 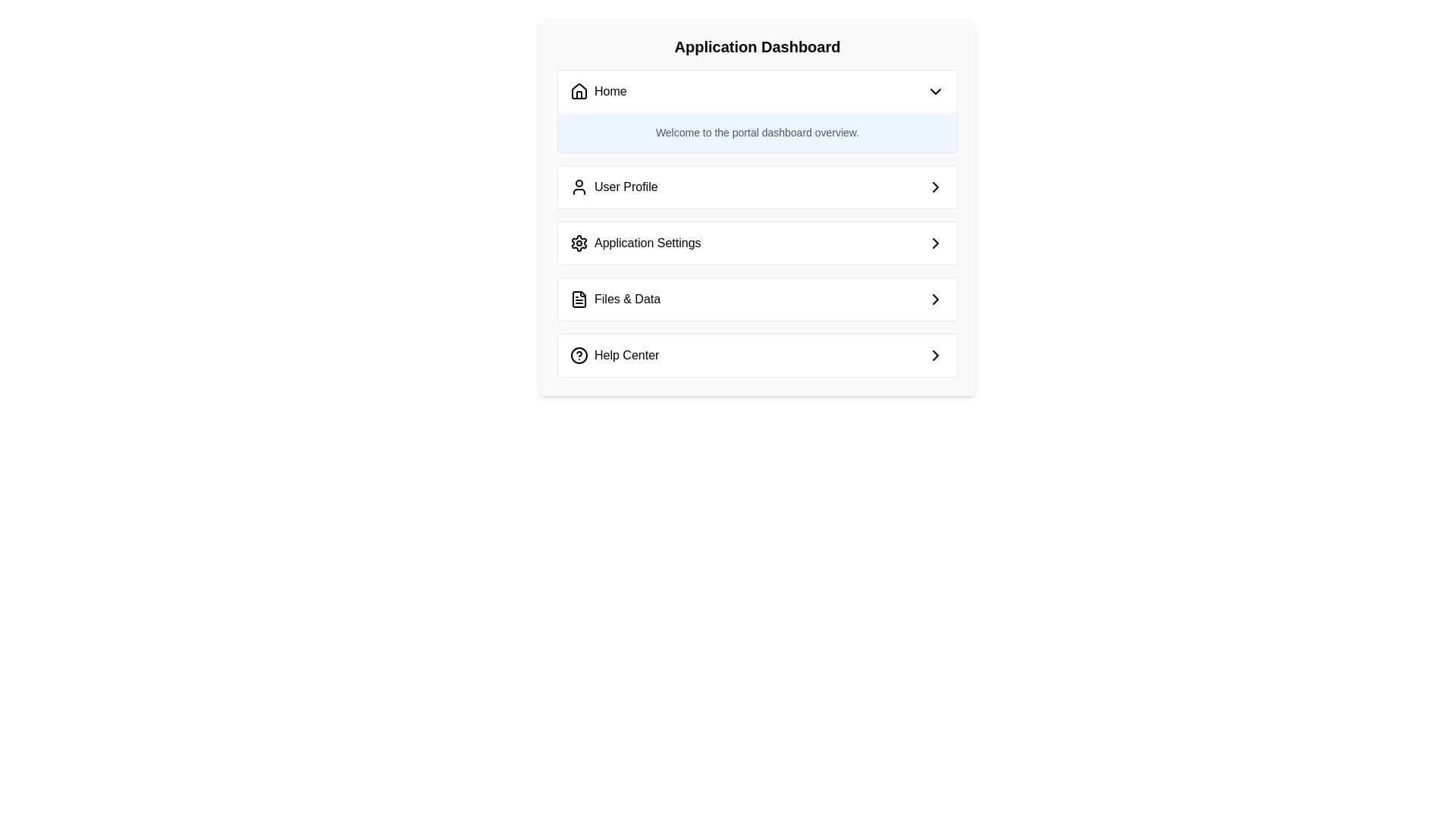 I want to click on the leading icon for the 'Files & Data' menu item, which is the fourth option in a vertical list of menu items on the application dashboard, so click(x=578, y=299).